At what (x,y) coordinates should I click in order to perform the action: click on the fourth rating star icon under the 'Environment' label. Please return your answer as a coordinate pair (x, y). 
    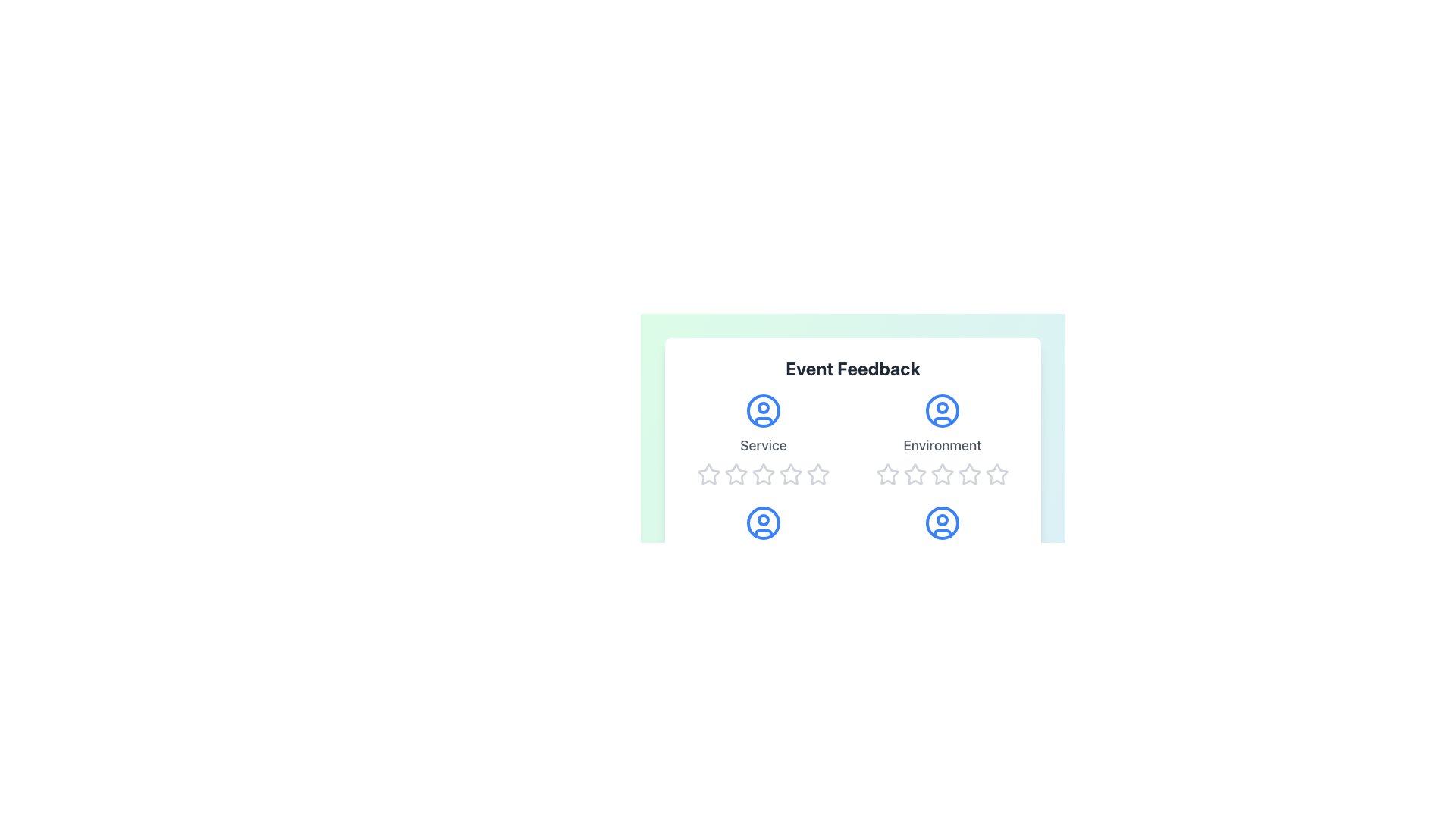
    Looking at the image, I should click on (942, 473).